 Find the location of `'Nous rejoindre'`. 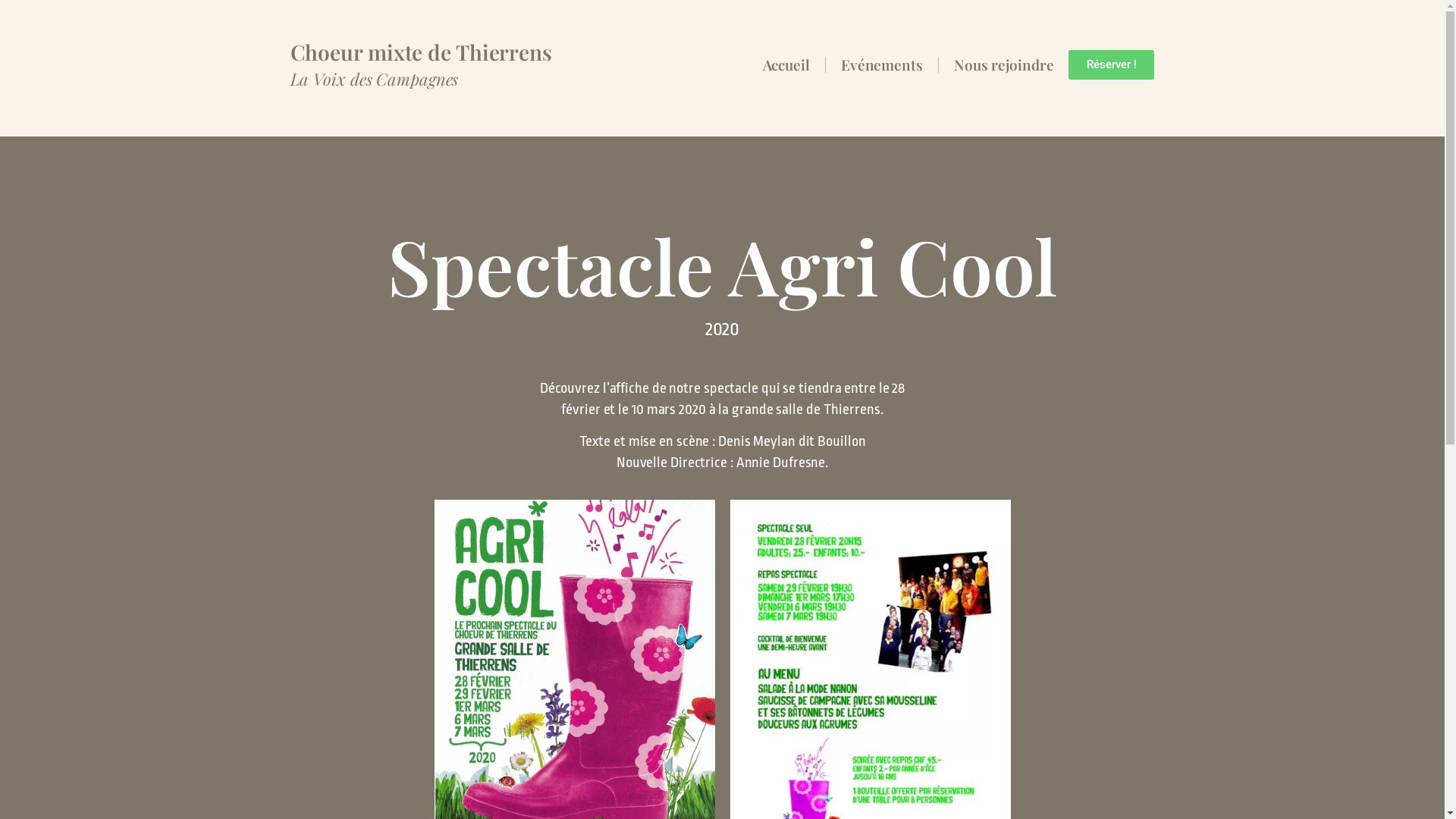

'Nous rejoindre' is located at coordinates (1004, 63).